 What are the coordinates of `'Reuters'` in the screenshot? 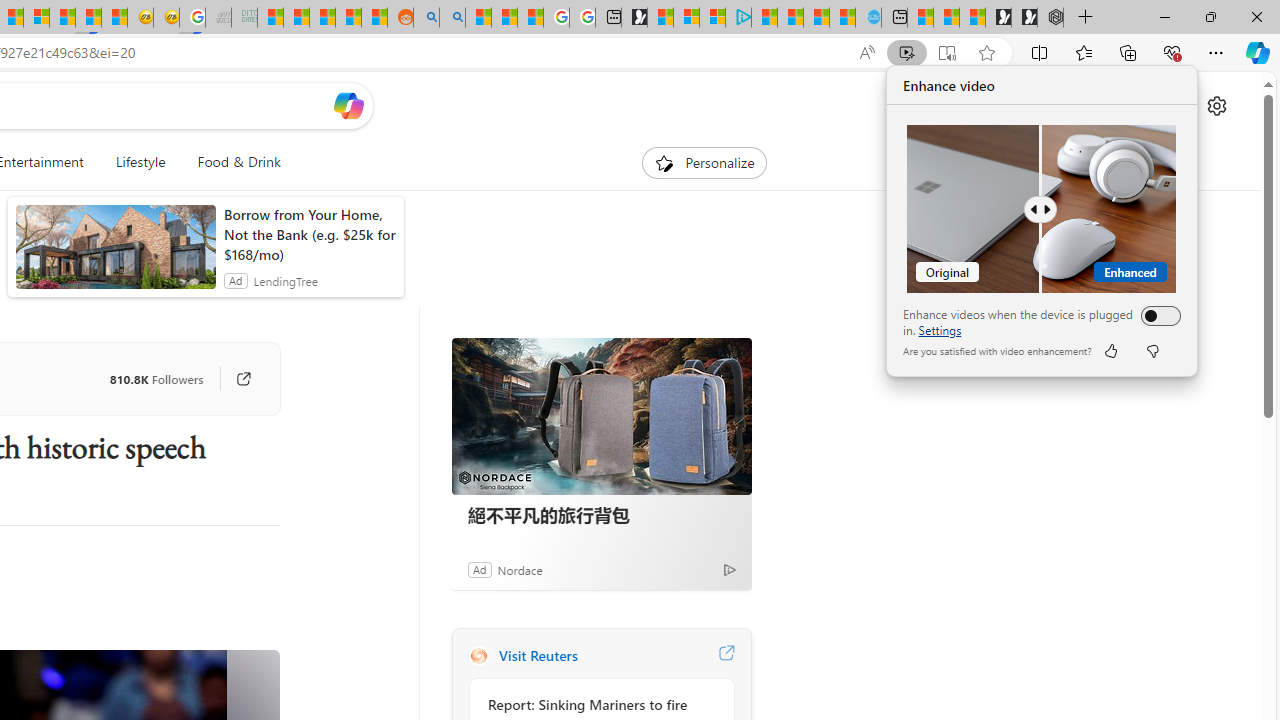 It's located at (477, 655).